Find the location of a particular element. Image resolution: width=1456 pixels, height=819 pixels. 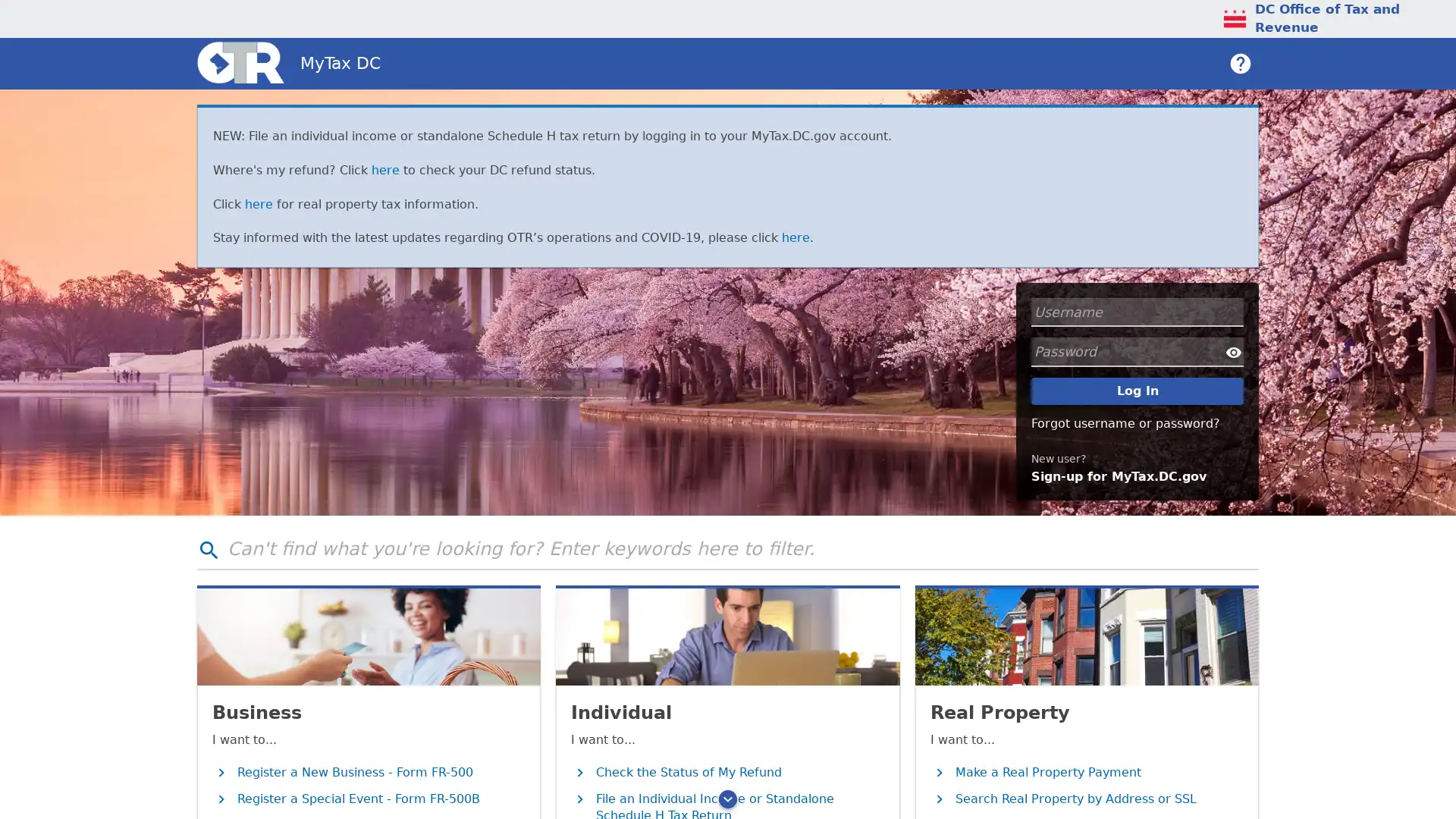

Show/Hide Password is located at coordinates (1234, 351).